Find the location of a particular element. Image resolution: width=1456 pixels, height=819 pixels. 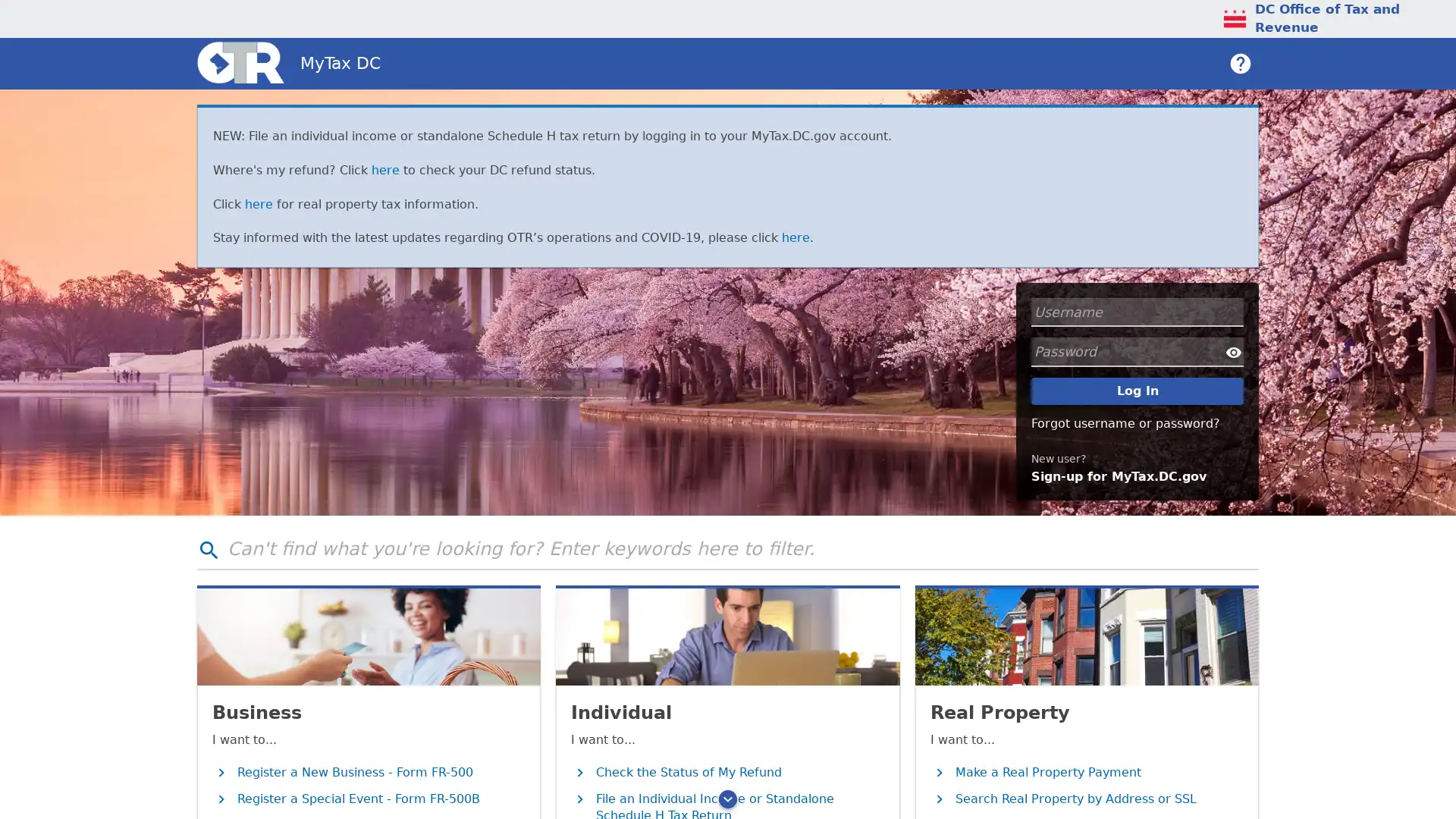

Show/Hide Password is located at coordinates (1234, 351).